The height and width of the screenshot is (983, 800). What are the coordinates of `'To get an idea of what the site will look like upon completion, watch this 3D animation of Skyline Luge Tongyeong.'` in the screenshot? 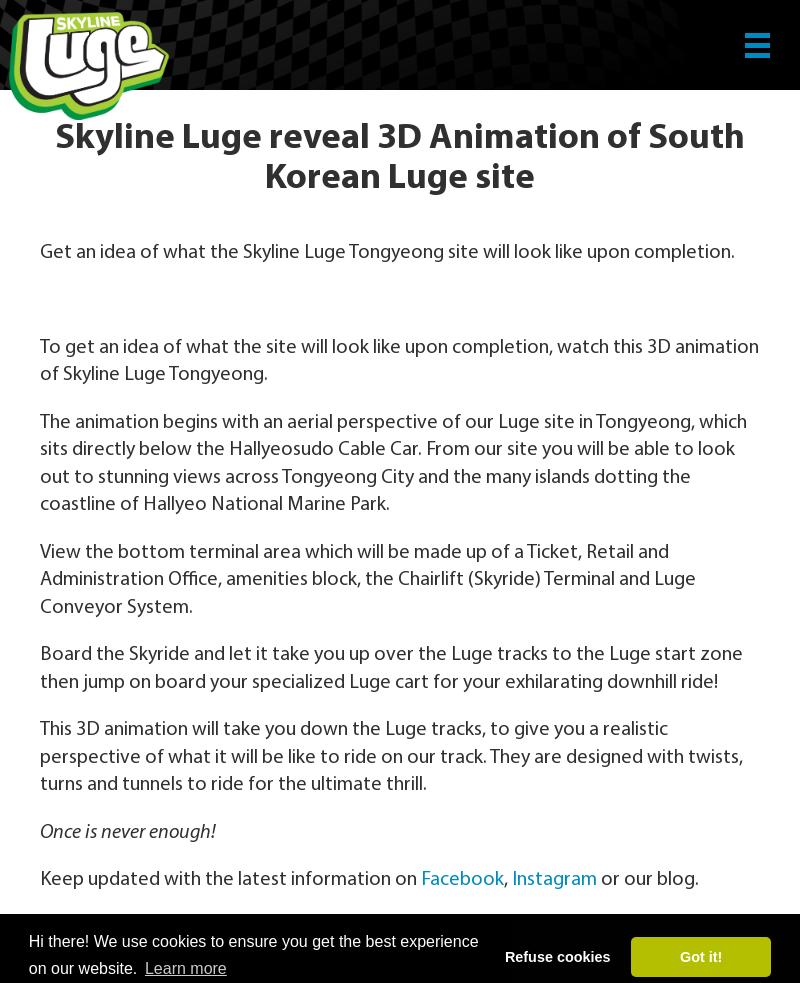 It's located at (398, 359).